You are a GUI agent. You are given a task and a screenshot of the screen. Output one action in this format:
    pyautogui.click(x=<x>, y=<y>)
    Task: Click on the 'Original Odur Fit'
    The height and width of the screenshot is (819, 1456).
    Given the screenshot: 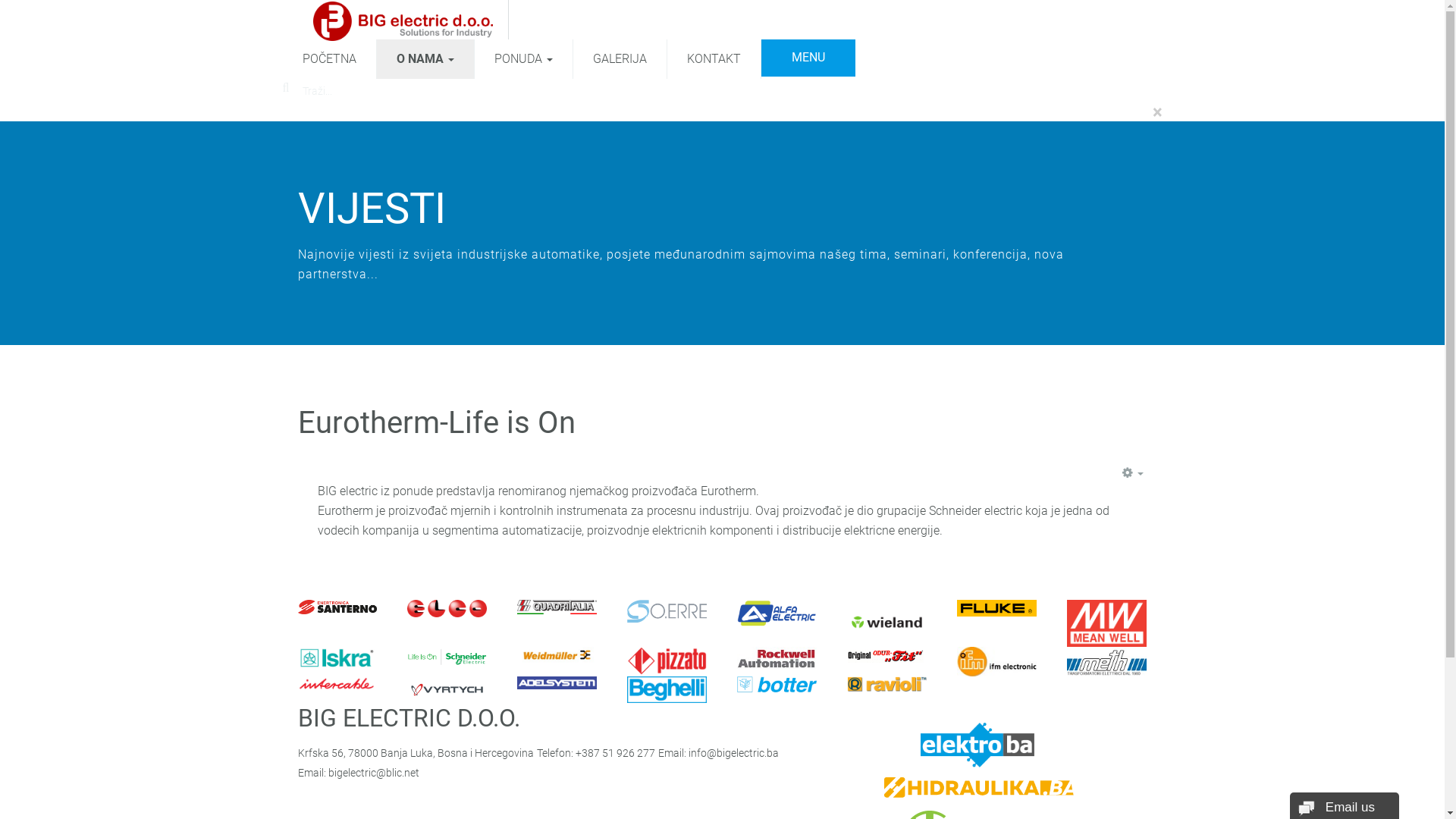 What is the action you would take?
    pyautogui.click(x=886, y=654)
    